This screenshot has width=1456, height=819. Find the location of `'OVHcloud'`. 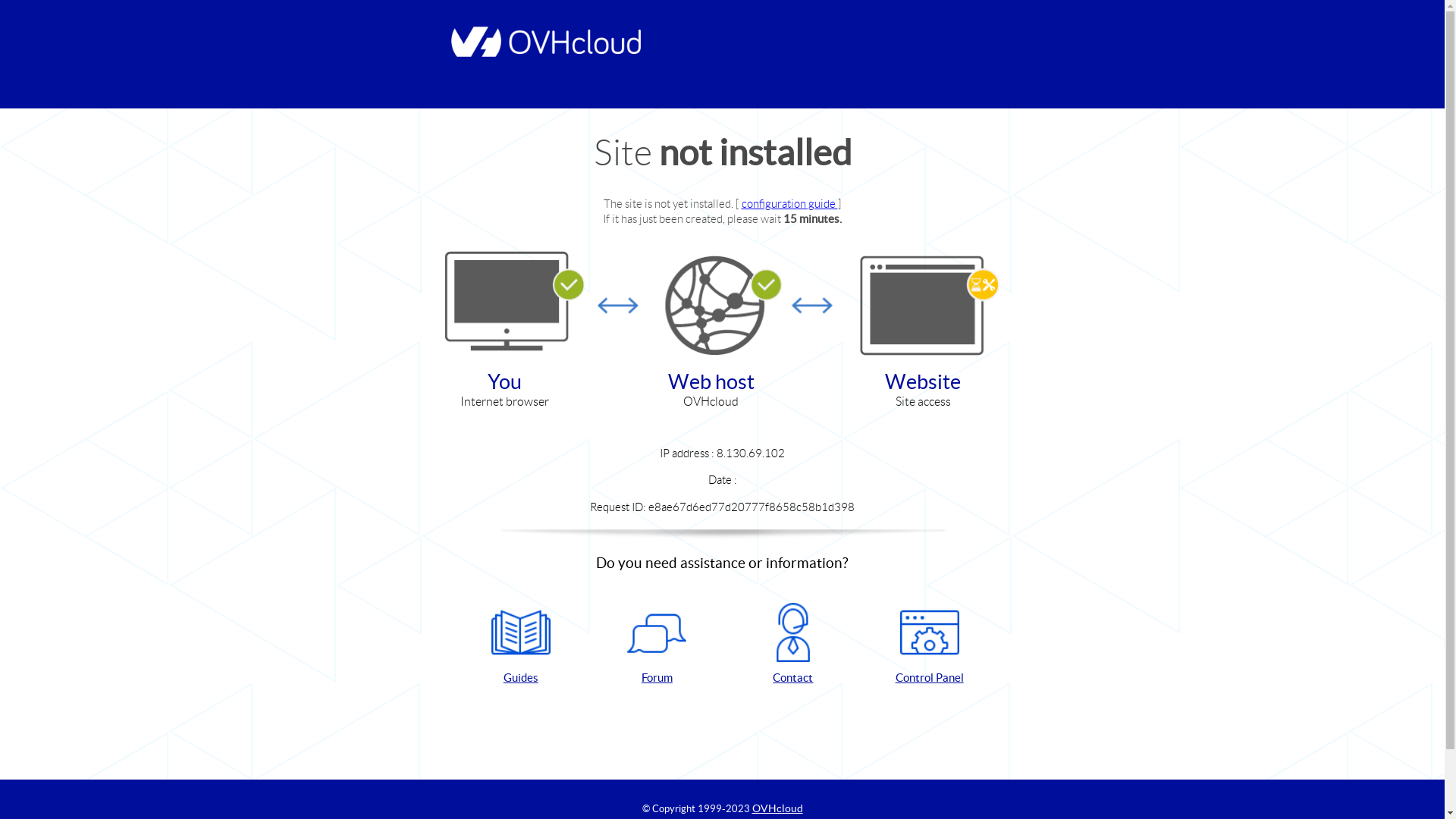

'OVHcloud' is located at coordinates (777, 807).